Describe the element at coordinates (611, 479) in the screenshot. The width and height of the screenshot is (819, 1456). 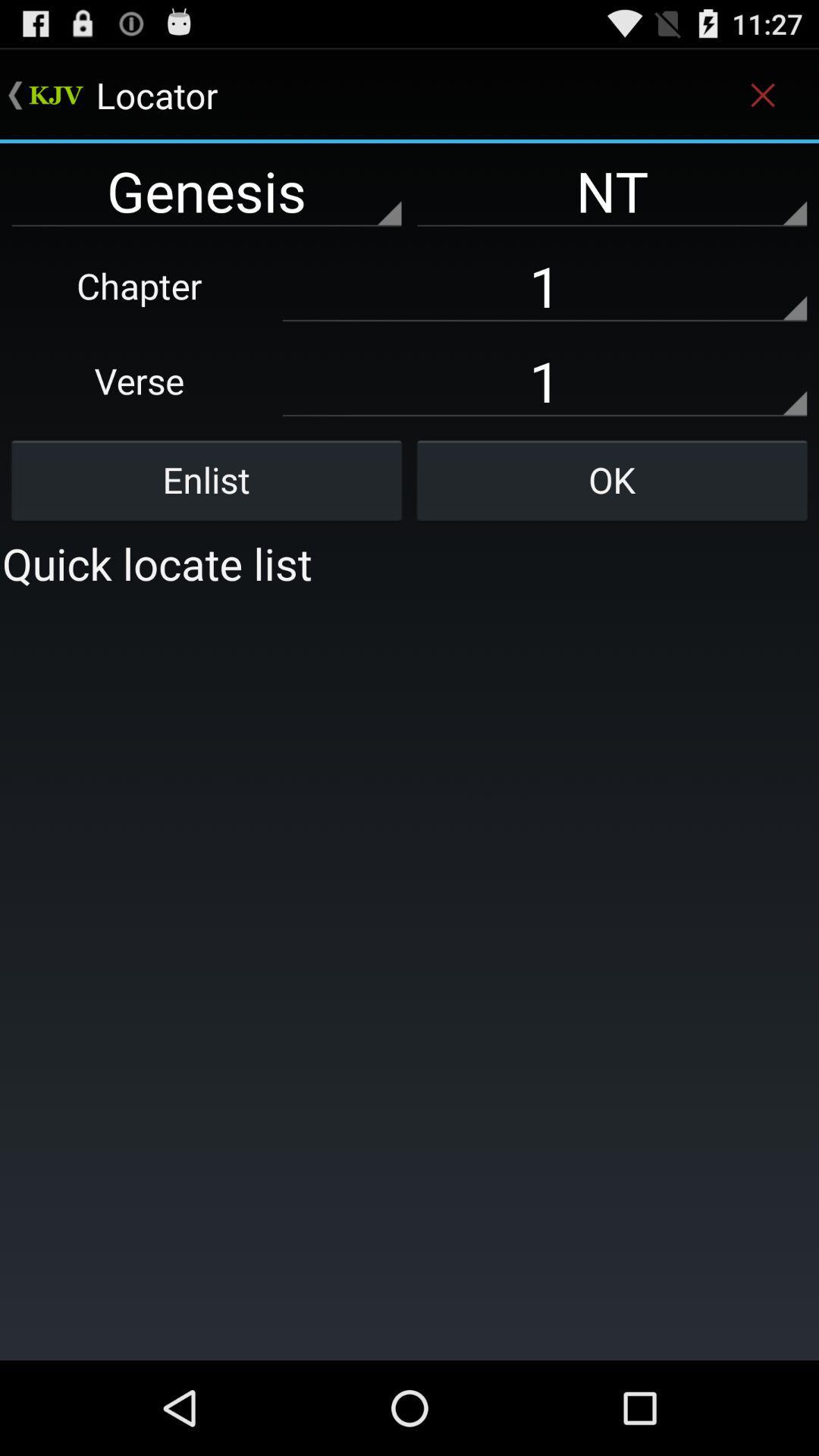
I see `the last button` at that location.